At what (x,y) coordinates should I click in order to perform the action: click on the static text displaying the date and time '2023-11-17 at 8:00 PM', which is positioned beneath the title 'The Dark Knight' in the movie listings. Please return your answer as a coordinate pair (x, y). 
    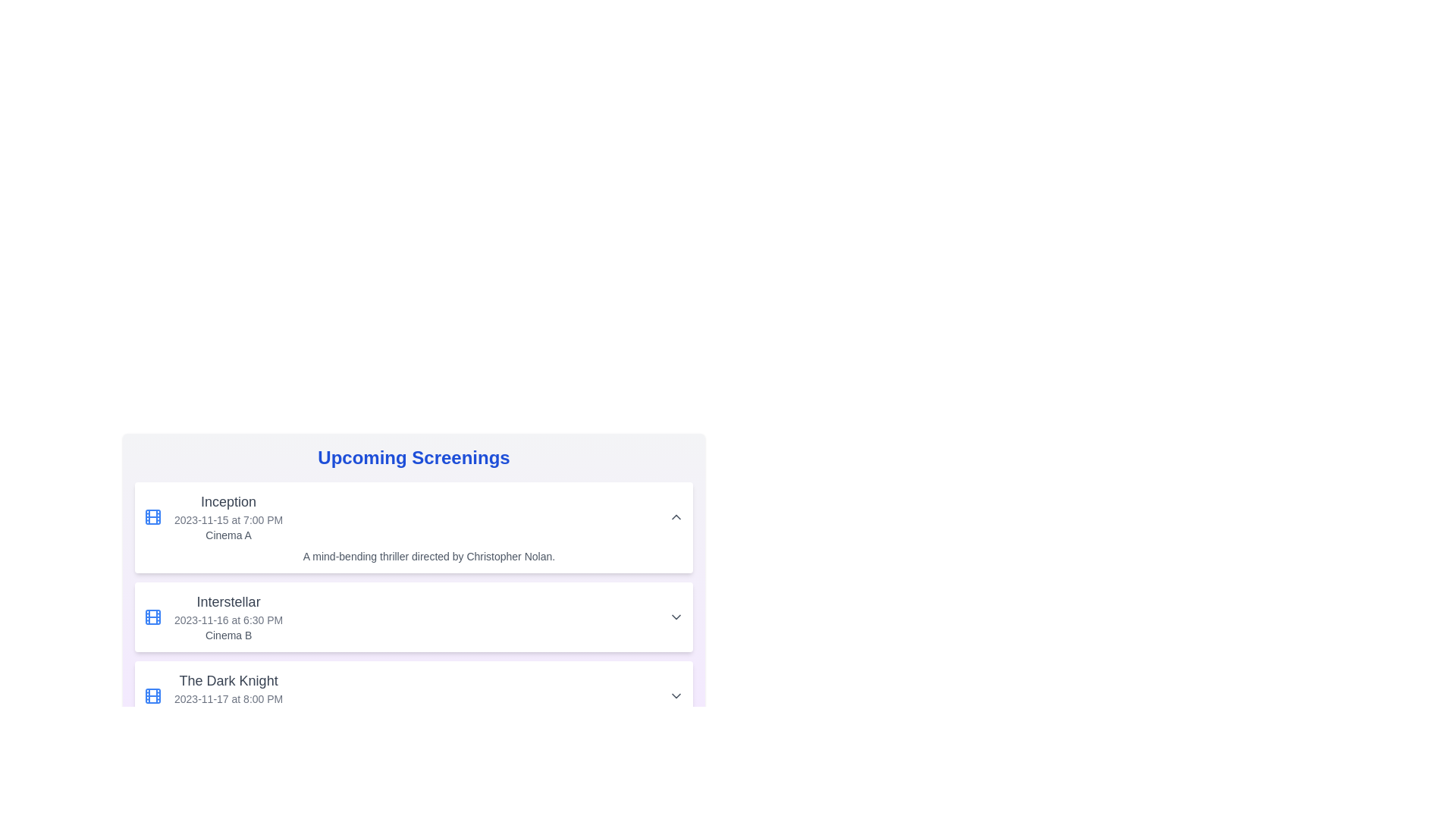
    Looking at the image, I should click on (227, 698).